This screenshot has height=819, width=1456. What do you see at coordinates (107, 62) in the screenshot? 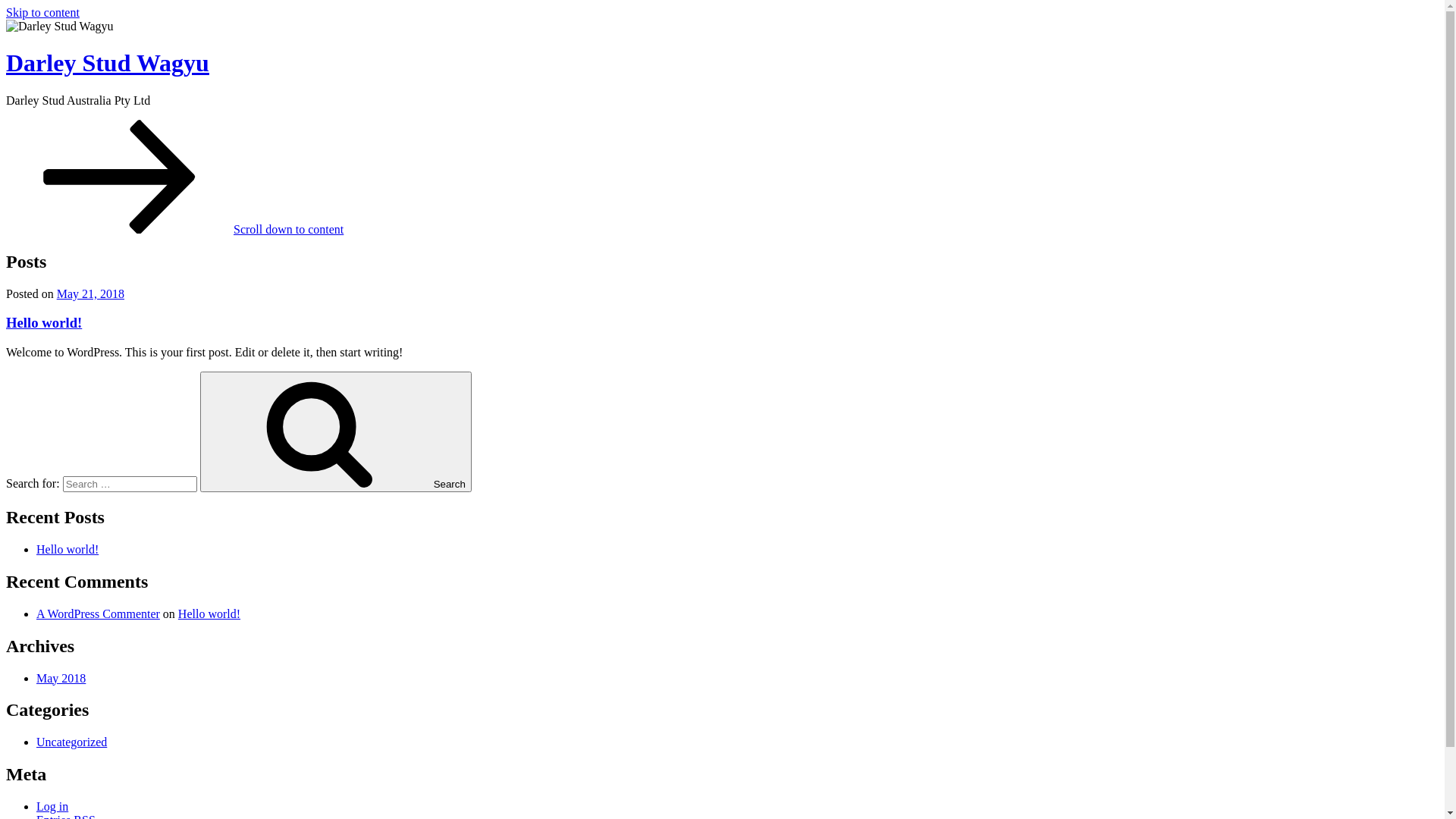
I see `'Darley Stud Wagyu'` at bounding box center [107, 62].